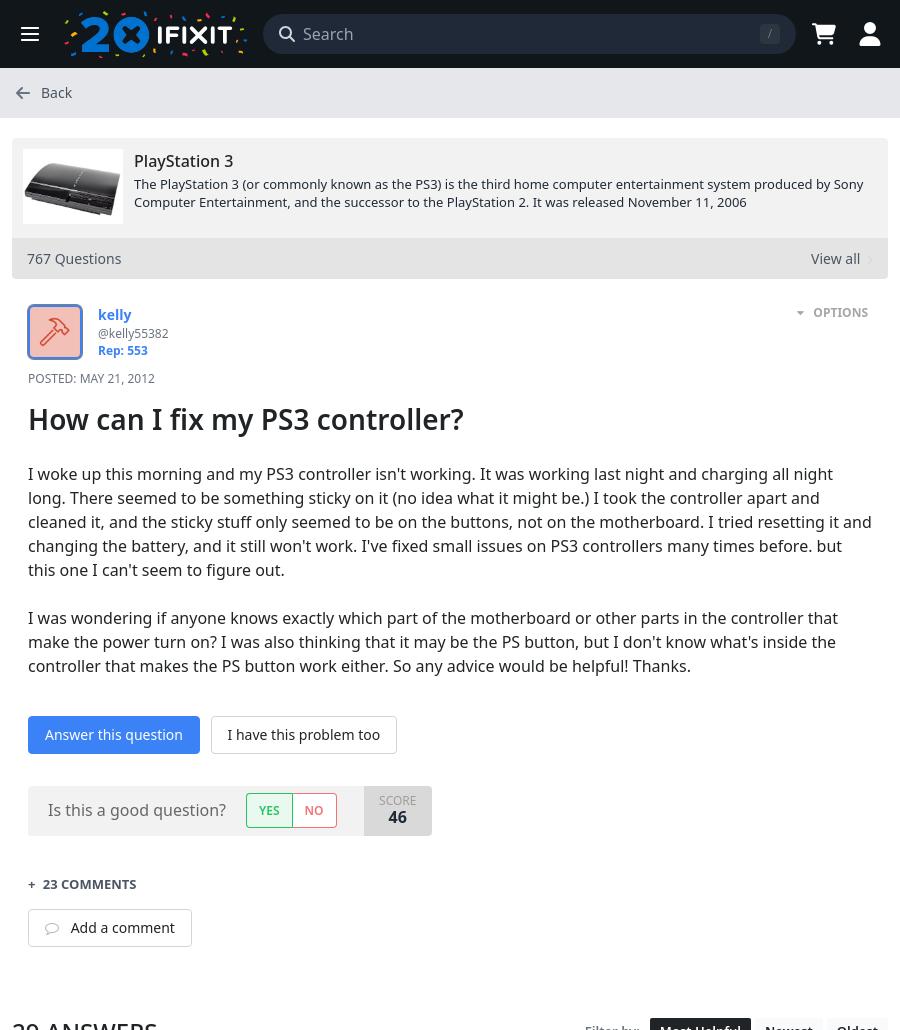 The height and width of the screenshot is (1030, 900). Describe the element at coordinates (52, 377) in the screenshot. I see `'Posted:'` at that location.